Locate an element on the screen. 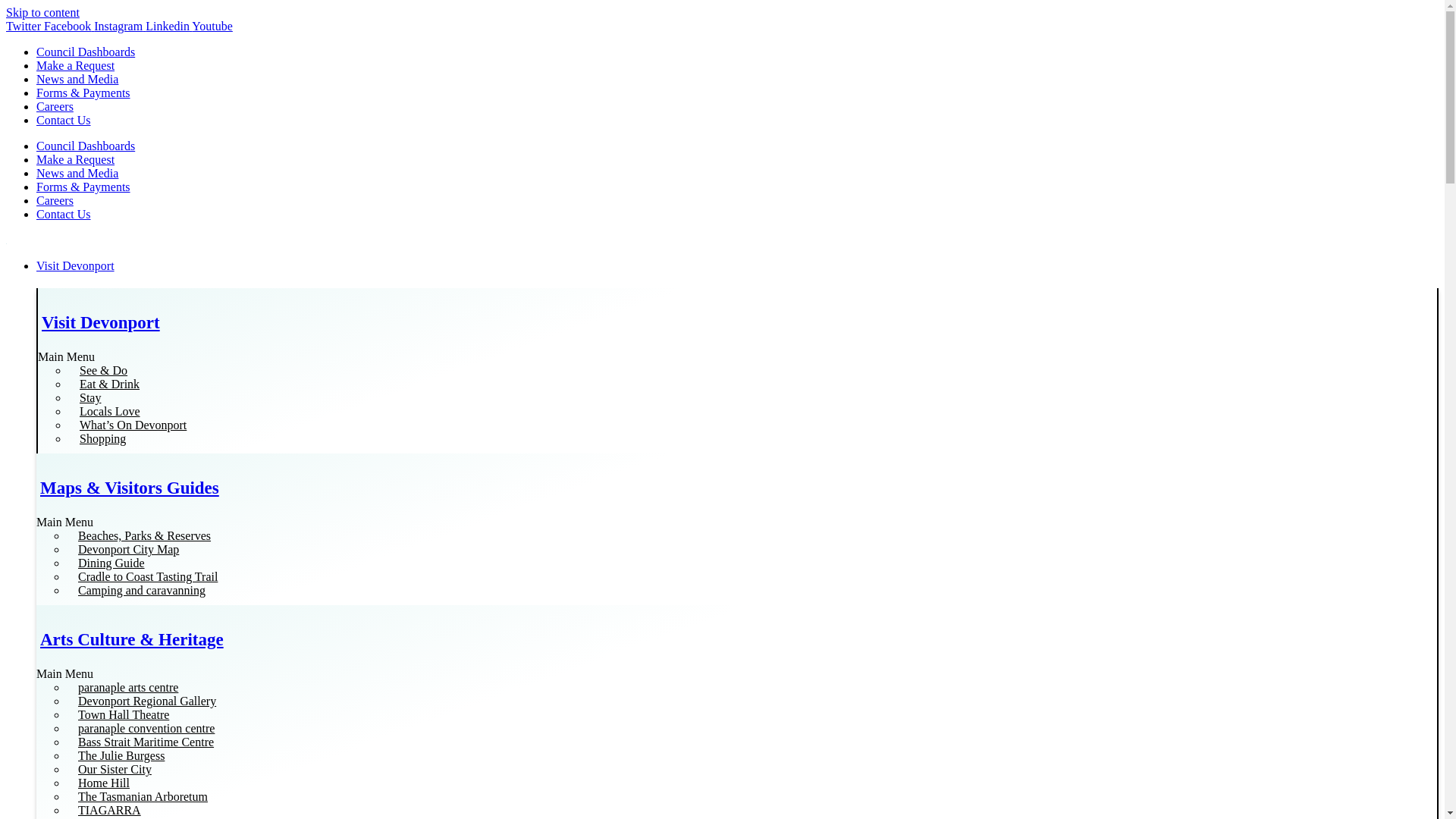 This screenshot has height=819, width=1456. 'Bass Strait Maritime Centre' is located at coordinates (146, 741).